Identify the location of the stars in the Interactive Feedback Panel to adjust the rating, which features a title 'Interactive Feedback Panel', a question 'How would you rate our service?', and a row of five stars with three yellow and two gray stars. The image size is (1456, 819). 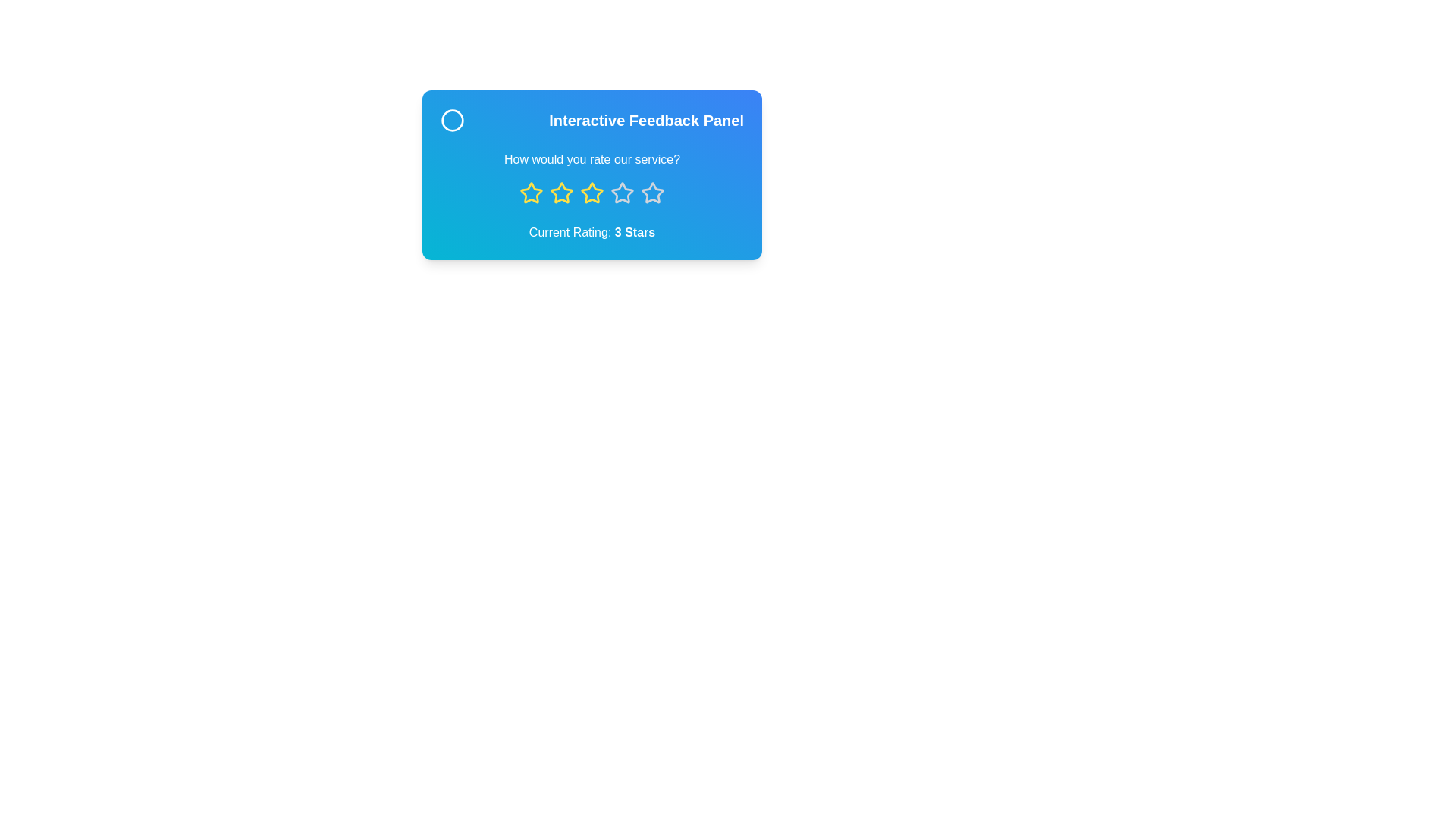
(591, 174).